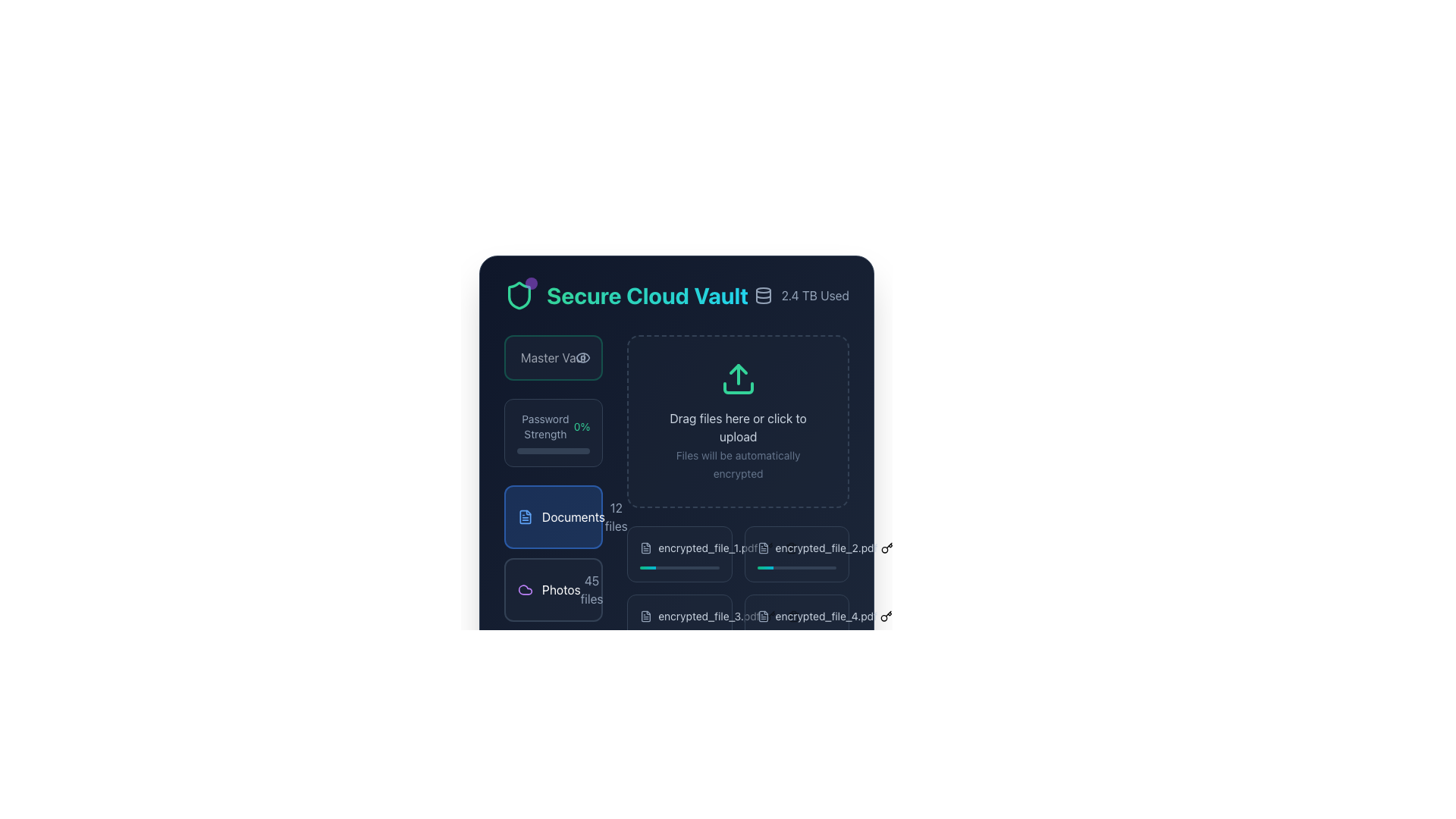 The height and width of the screenshot is (819, 1456). I want to click on the trash can icon located to the right of the file named 'encrypted_file_4.pdf', so click(792, 617).